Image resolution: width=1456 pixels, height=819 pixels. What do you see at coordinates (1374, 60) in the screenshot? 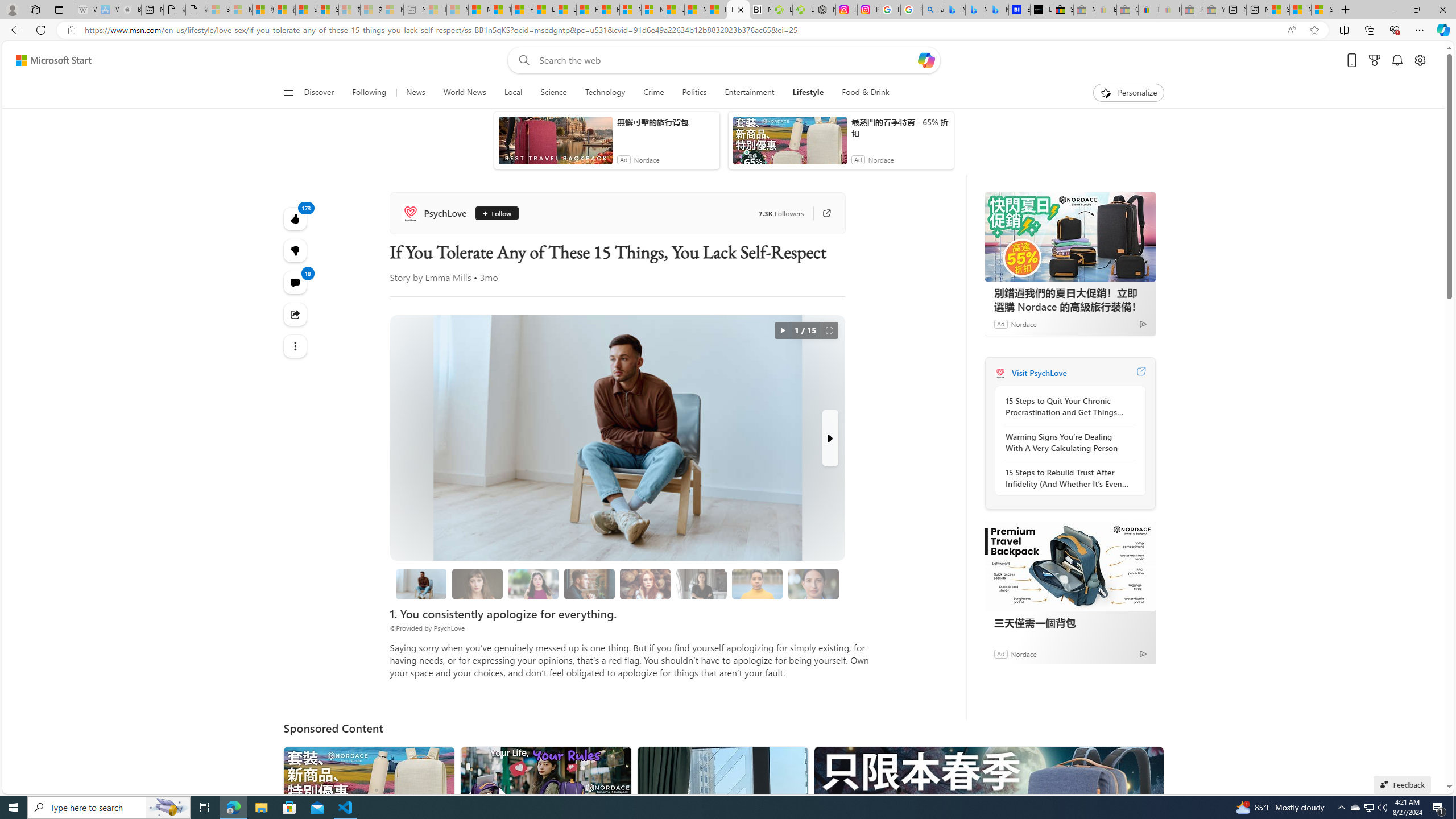
I see `'Microsoft rewards'` at bounding box center [1374, 60].